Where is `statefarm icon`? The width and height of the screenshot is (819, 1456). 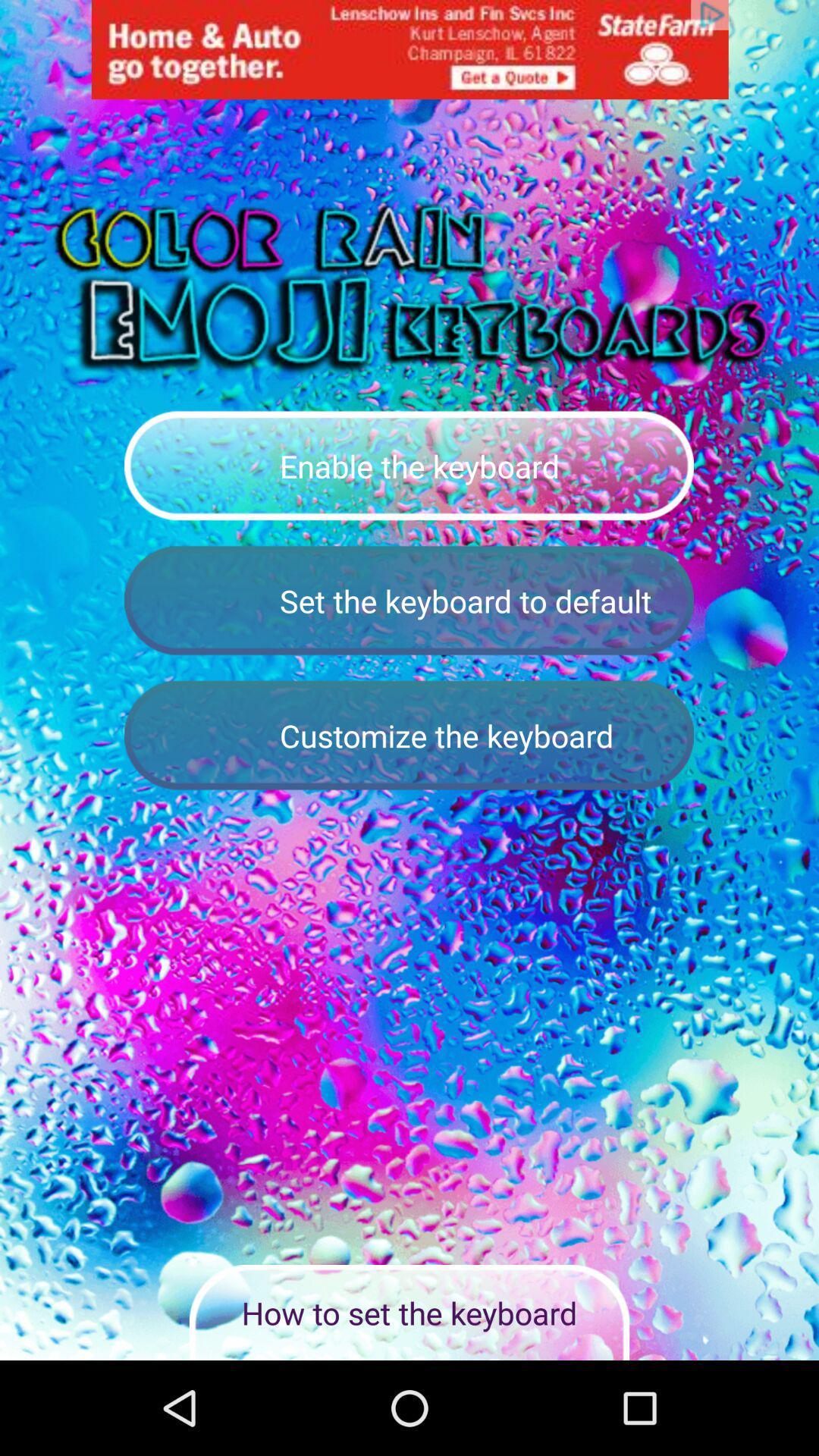 statefarm icon is located at coordinates (409, 49).